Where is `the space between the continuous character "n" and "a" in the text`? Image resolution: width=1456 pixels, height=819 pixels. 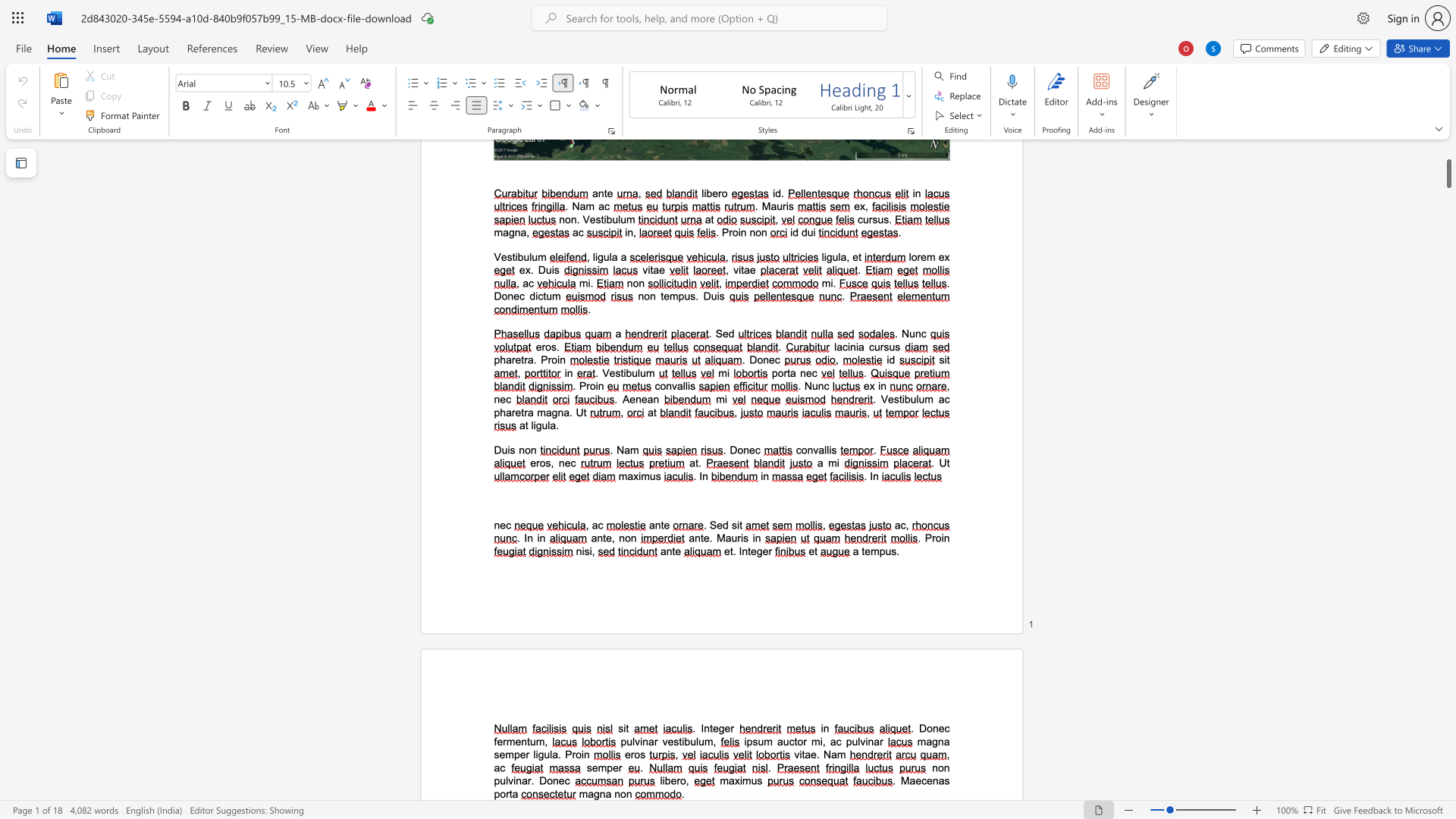
the space between the continuous character "n" and "a" in the text is located at coordinates (604, 793).